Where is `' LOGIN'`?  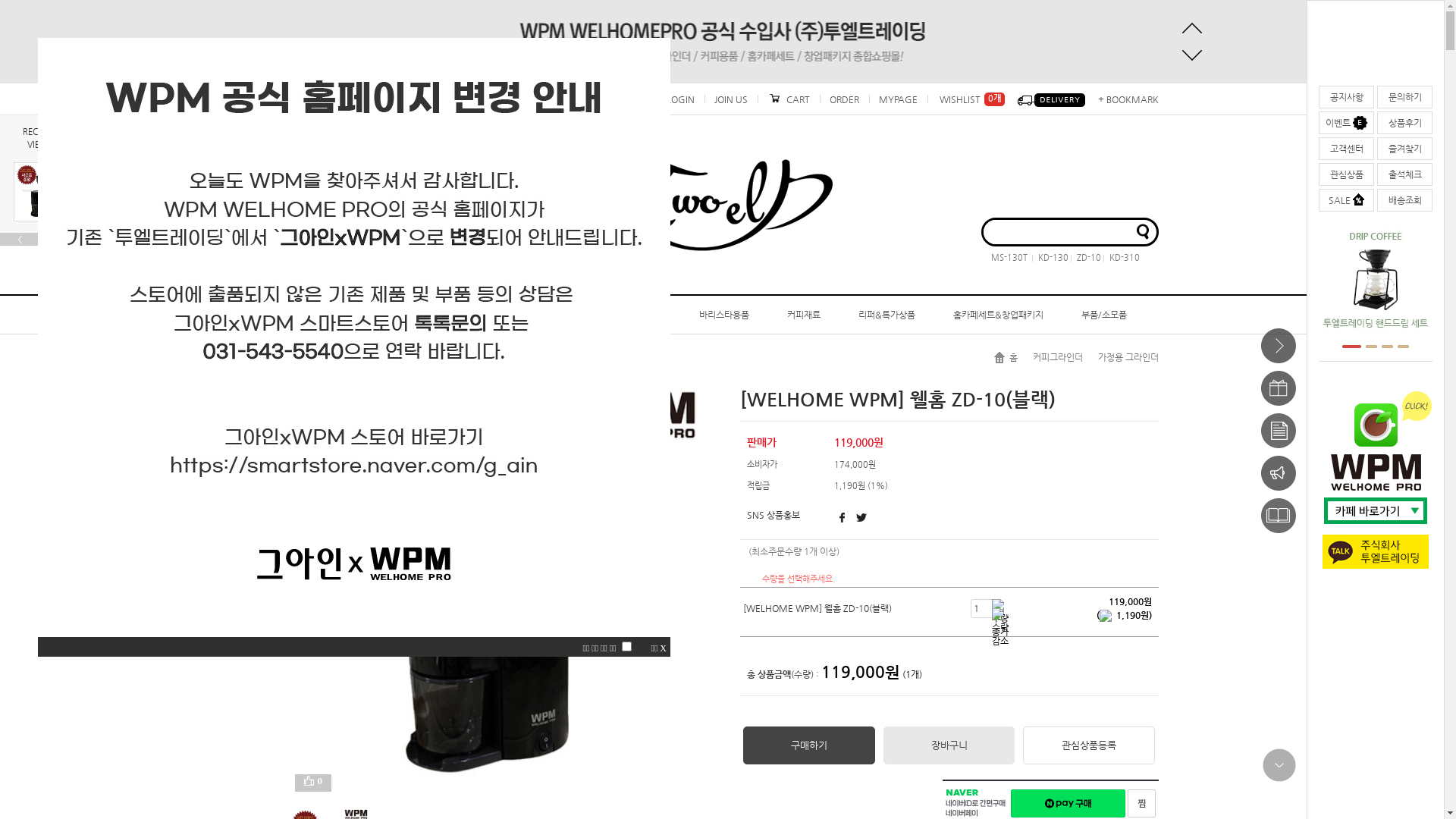
' LOGIN' is located at coordinates (679, 99).